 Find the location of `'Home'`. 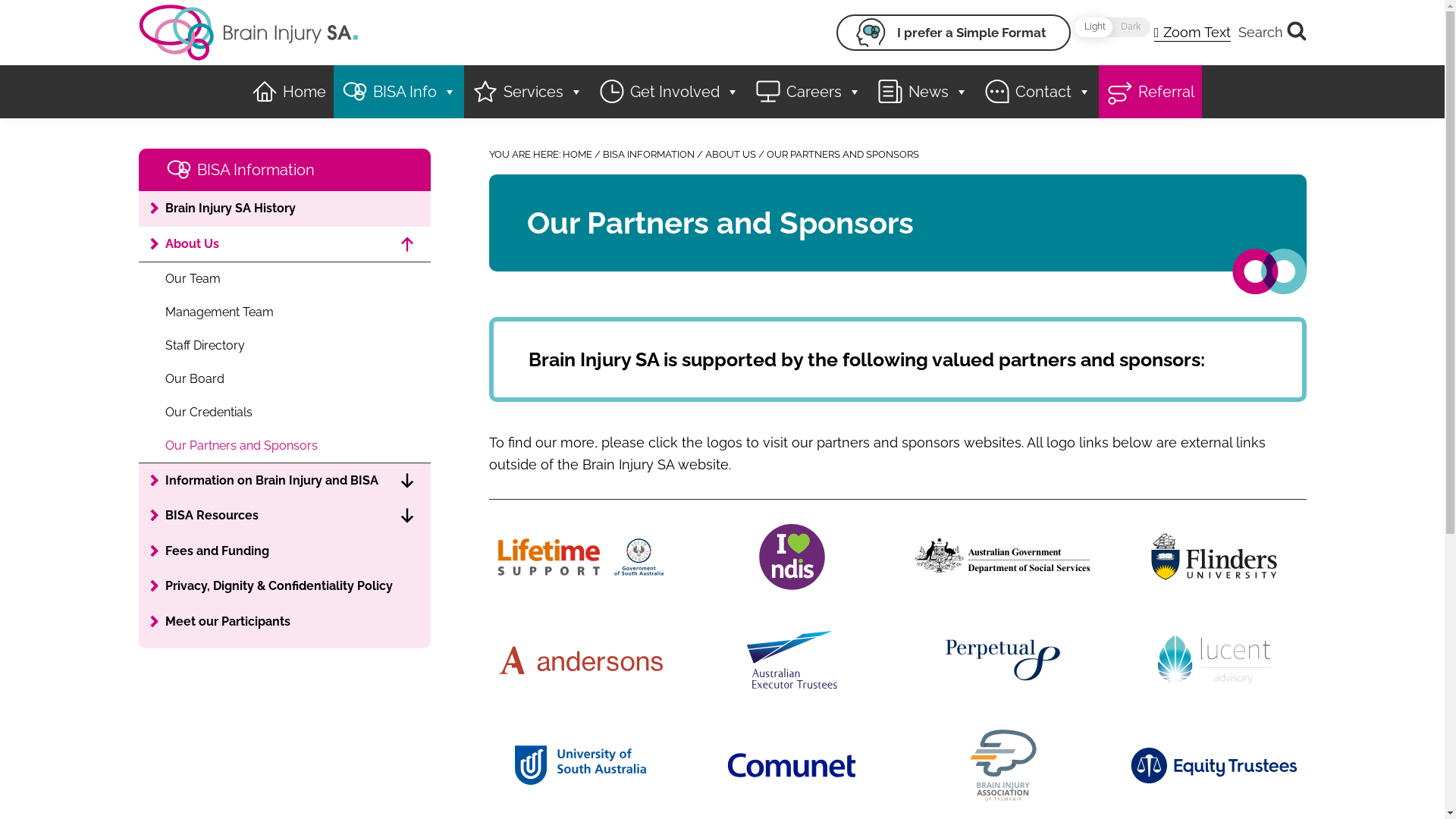

'Home' is located at coordinates (287, 91).